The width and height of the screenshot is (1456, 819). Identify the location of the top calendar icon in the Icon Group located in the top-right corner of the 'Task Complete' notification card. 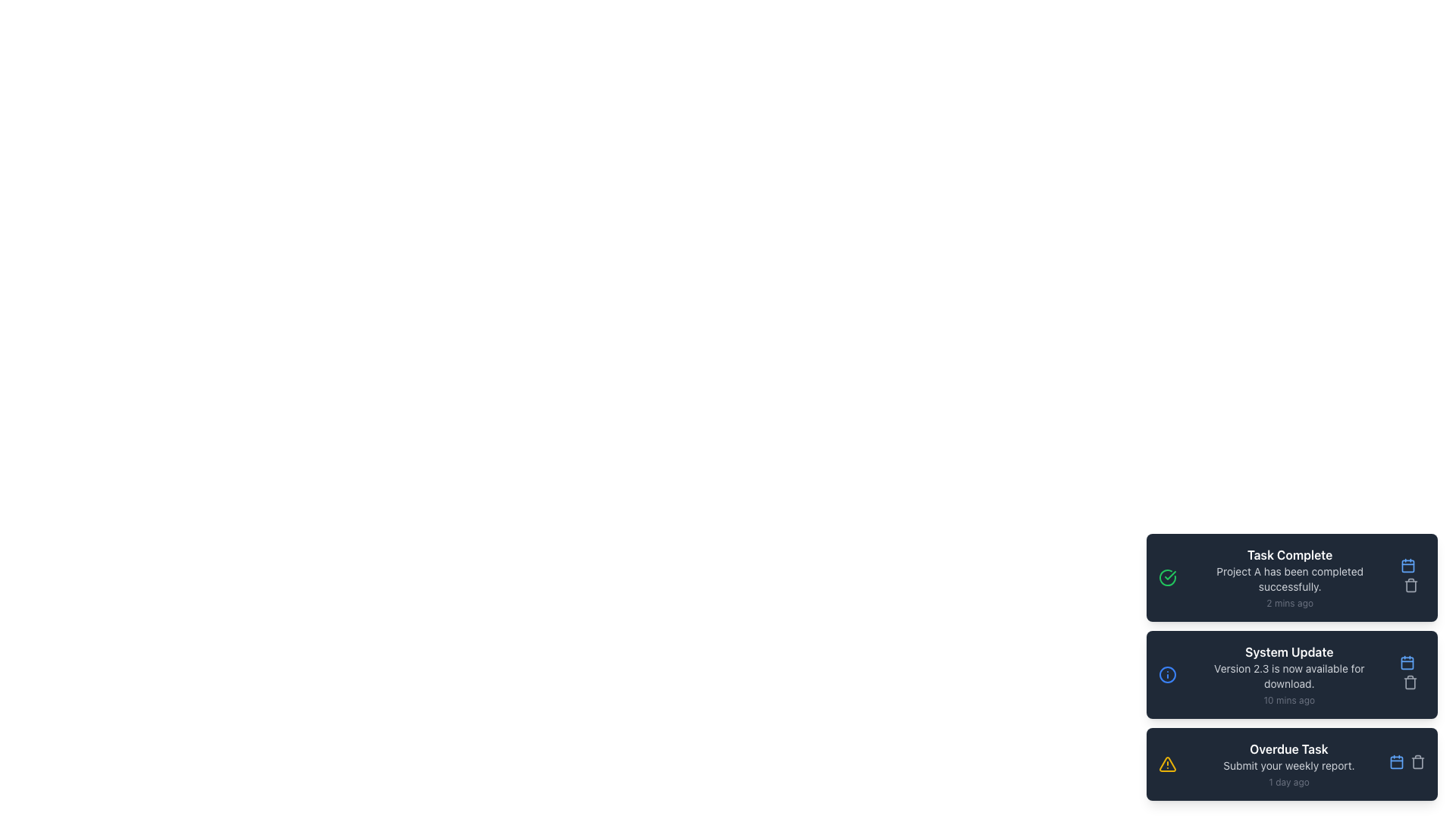
(1407, 578).